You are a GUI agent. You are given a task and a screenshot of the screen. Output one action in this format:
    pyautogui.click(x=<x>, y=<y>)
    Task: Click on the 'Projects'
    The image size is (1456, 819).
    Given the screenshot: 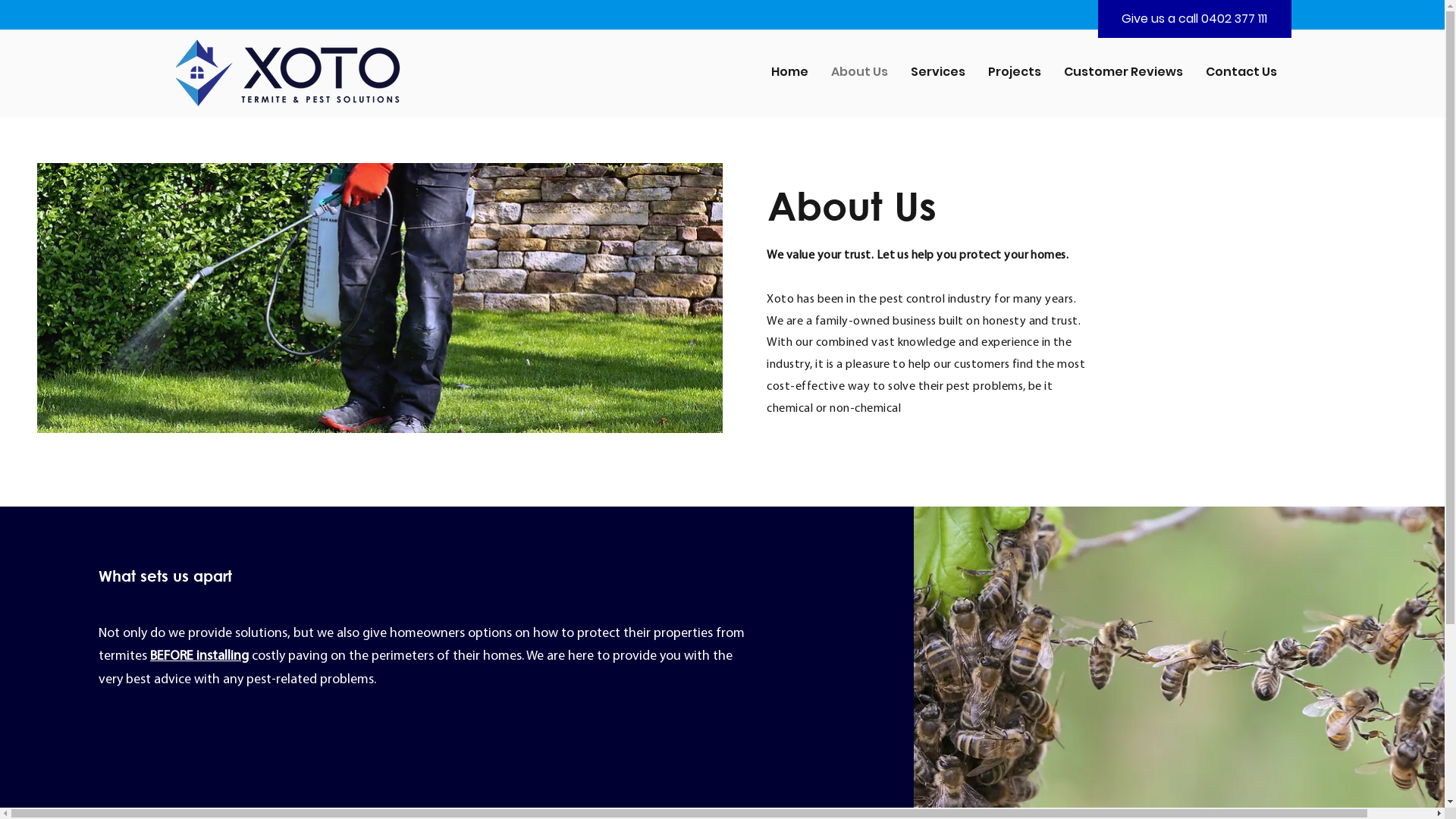 What is the action you would take?
    pyautogui.click(x=1015, y=71)
    